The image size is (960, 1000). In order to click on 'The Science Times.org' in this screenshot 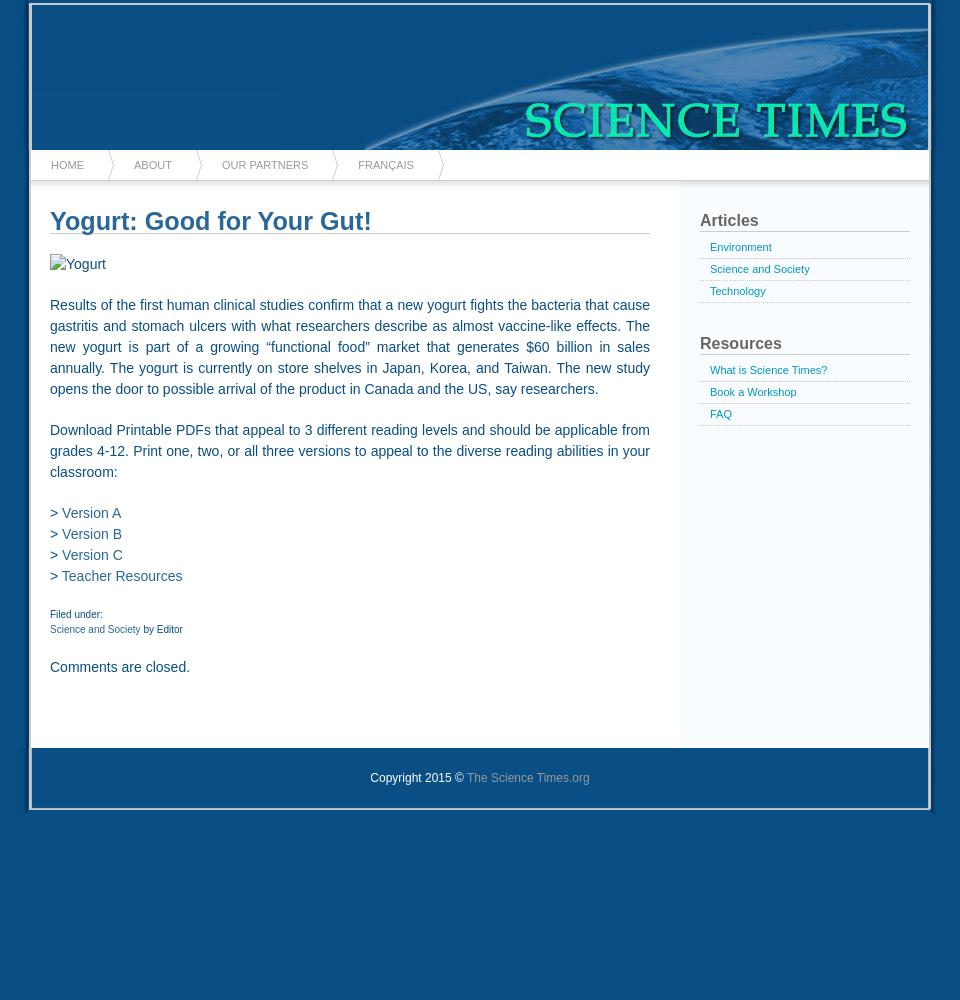, I will do `click(526, 777)`.